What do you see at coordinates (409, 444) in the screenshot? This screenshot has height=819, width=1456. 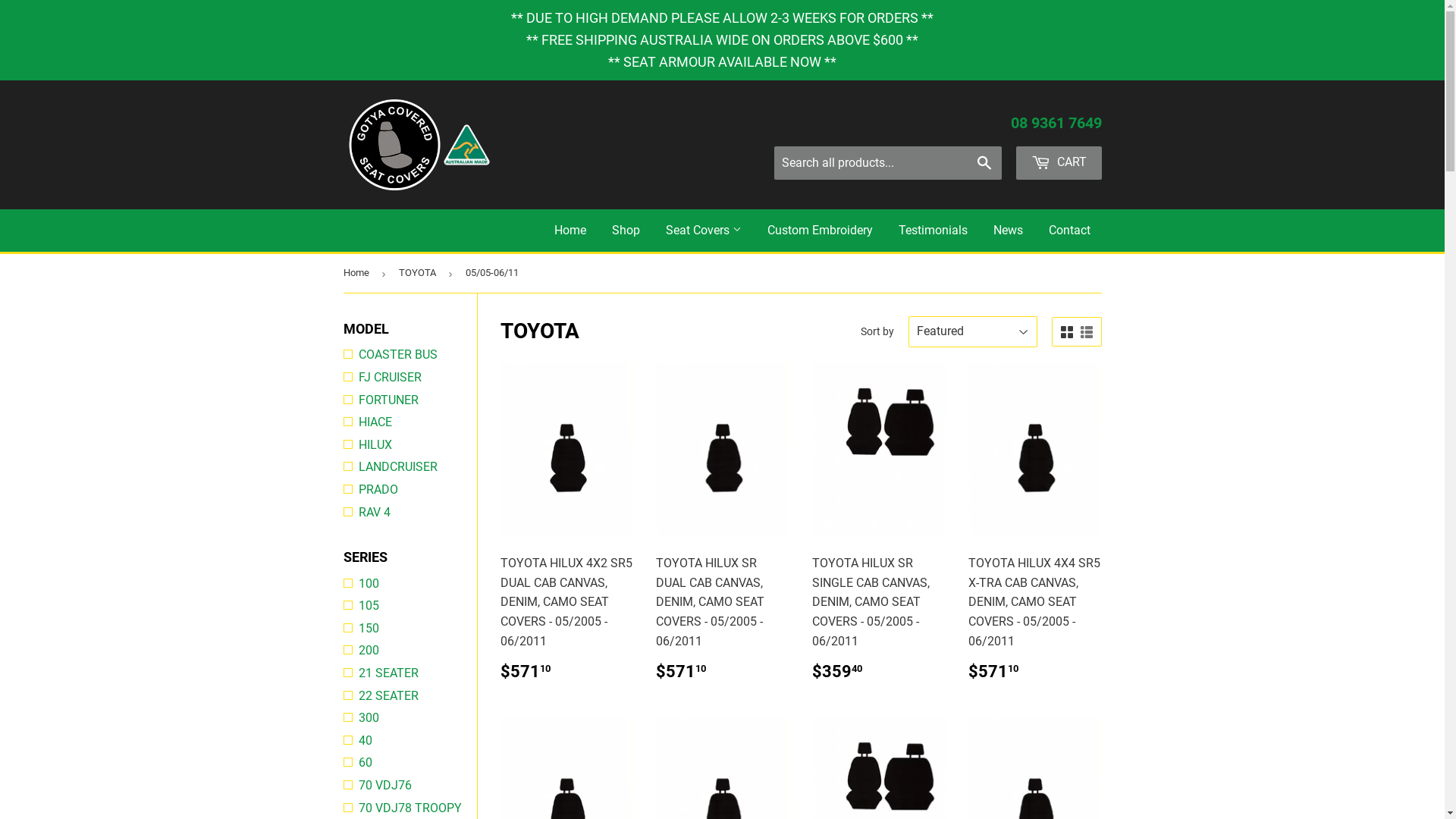 I see `'HILUX'` at bounding box center [409, 444].